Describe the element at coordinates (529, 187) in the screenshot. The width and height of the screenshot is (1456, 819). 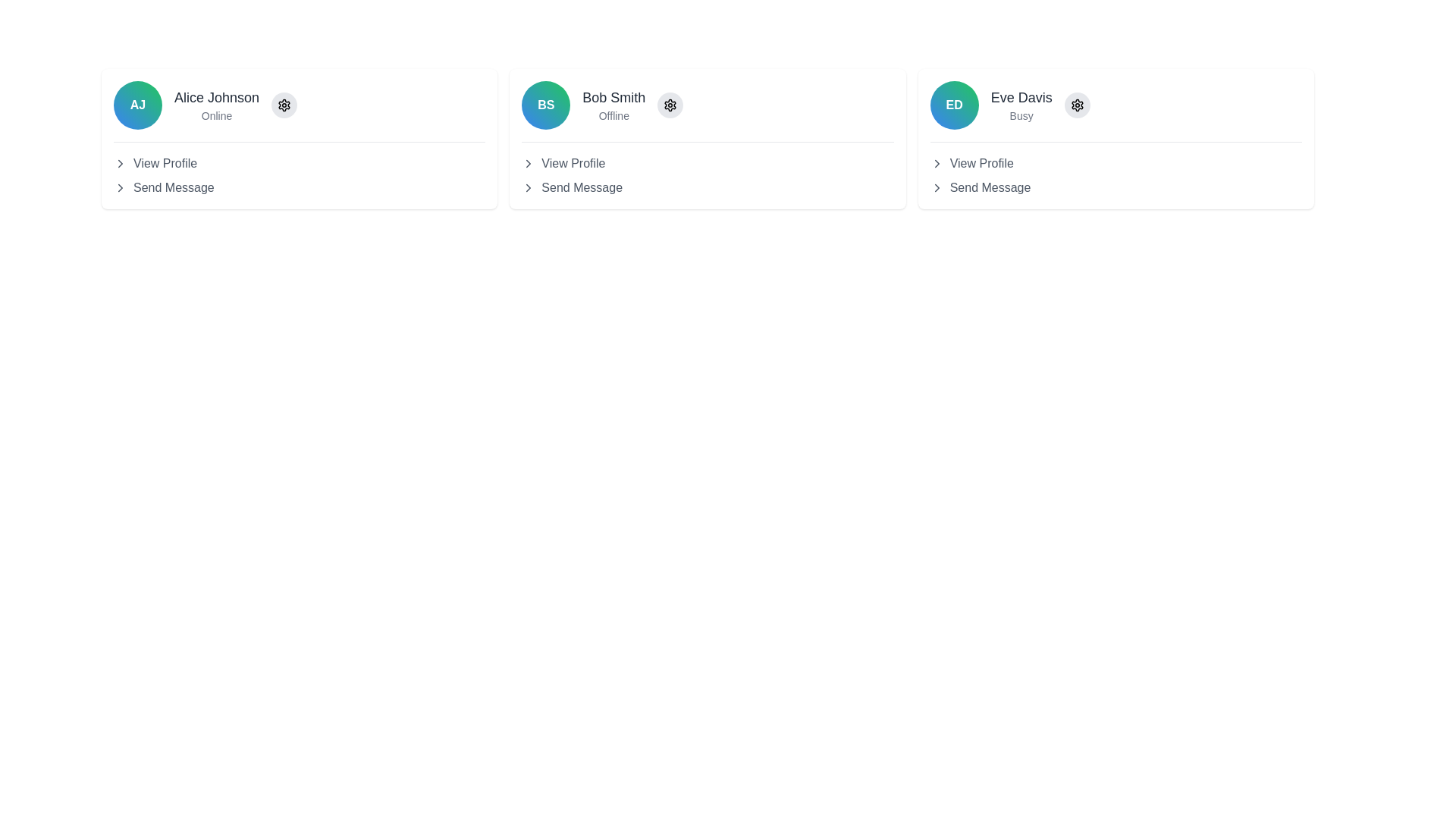
I see `the icon indicating the expandability or selection of the 'Send Message' text associated with user 'Bob Smith'` at that location.